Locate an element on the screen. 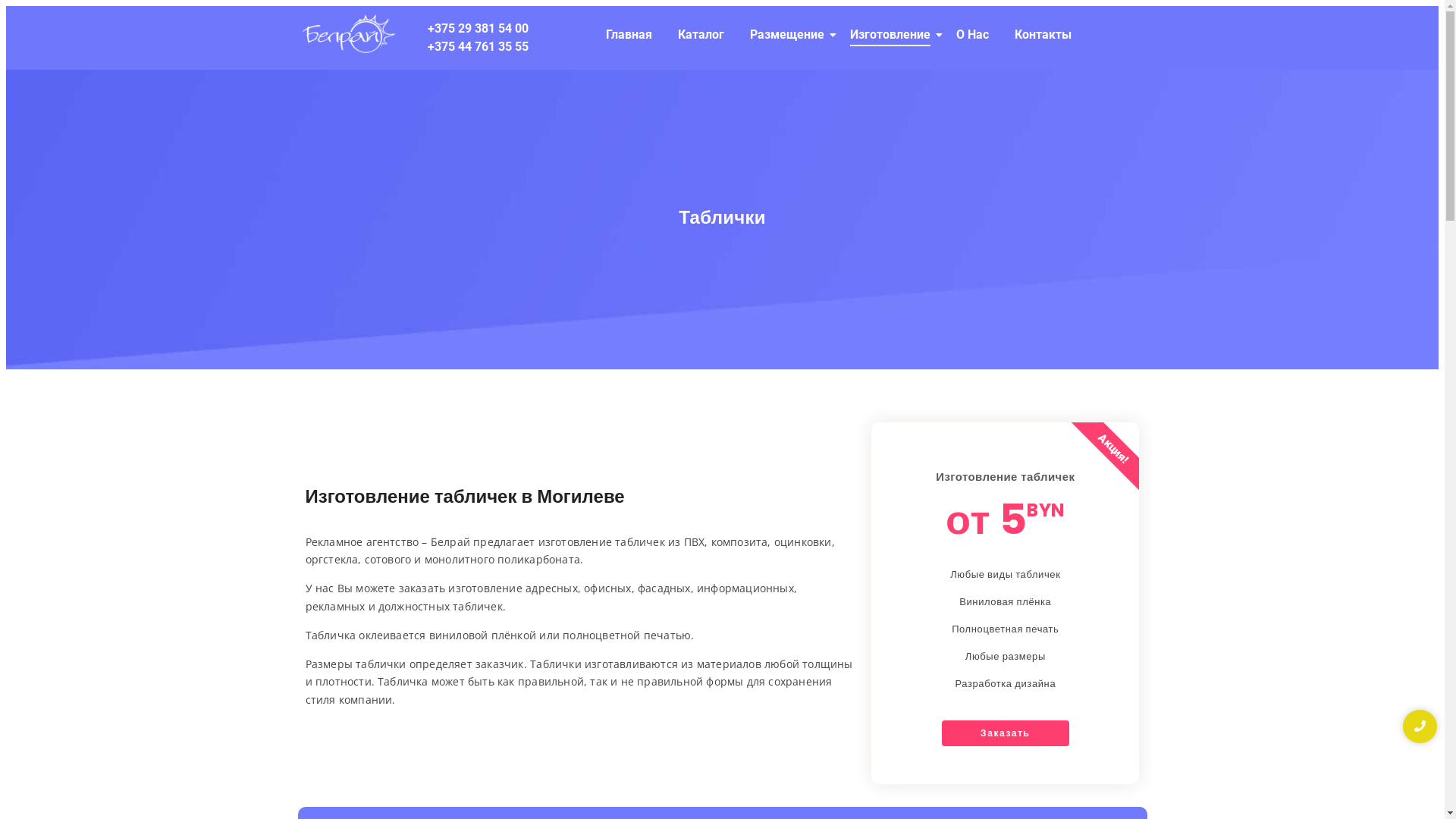 The width and height of the screenshot is (1456, 819). '+375 29 381 54 00' is located at coordinates (427, 28).